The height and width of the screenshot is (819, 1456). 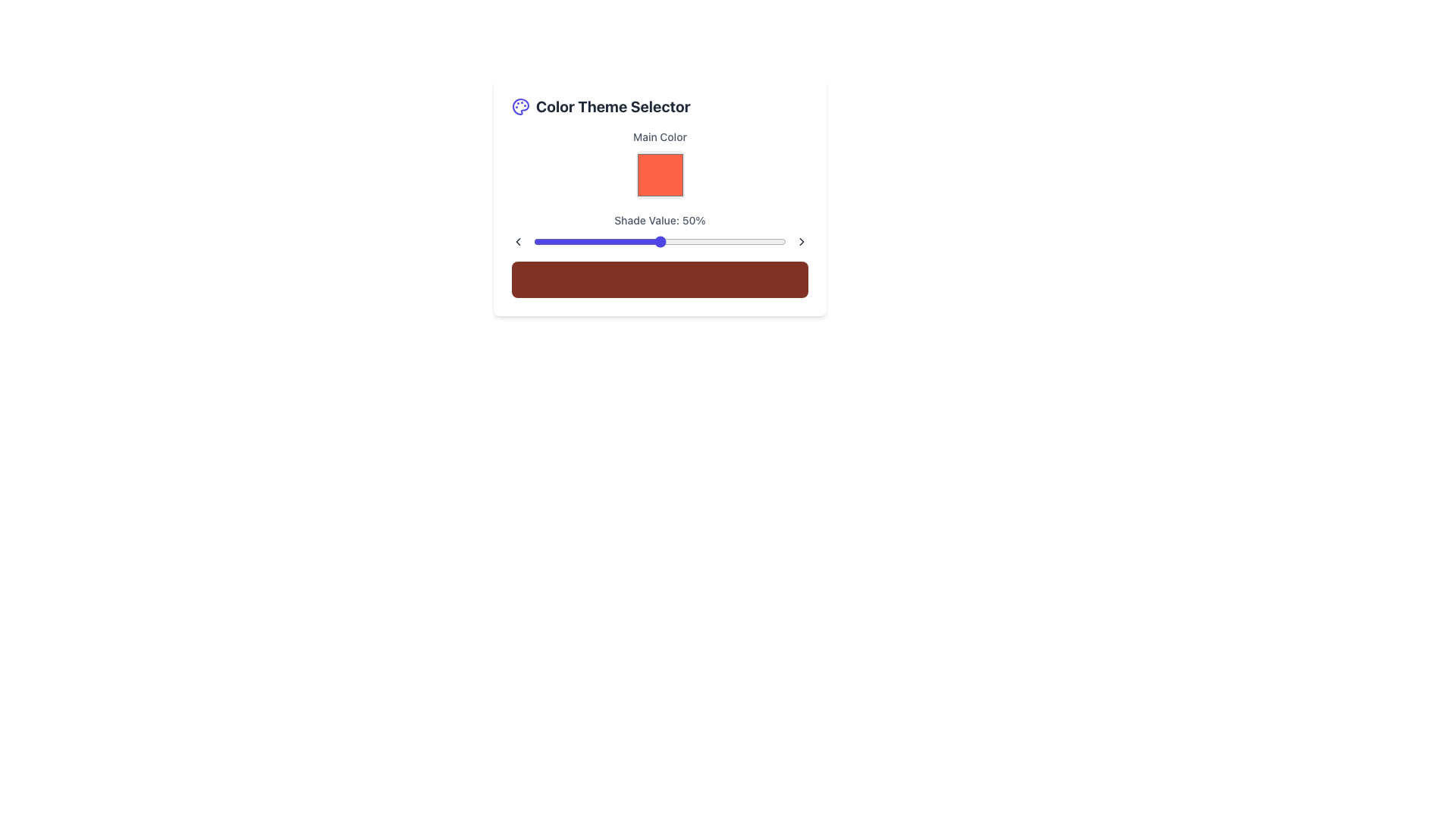 What do you see at coordinates (560, 241) in the screenshot?
I see `the shade value` at bounding box center [560, 241].